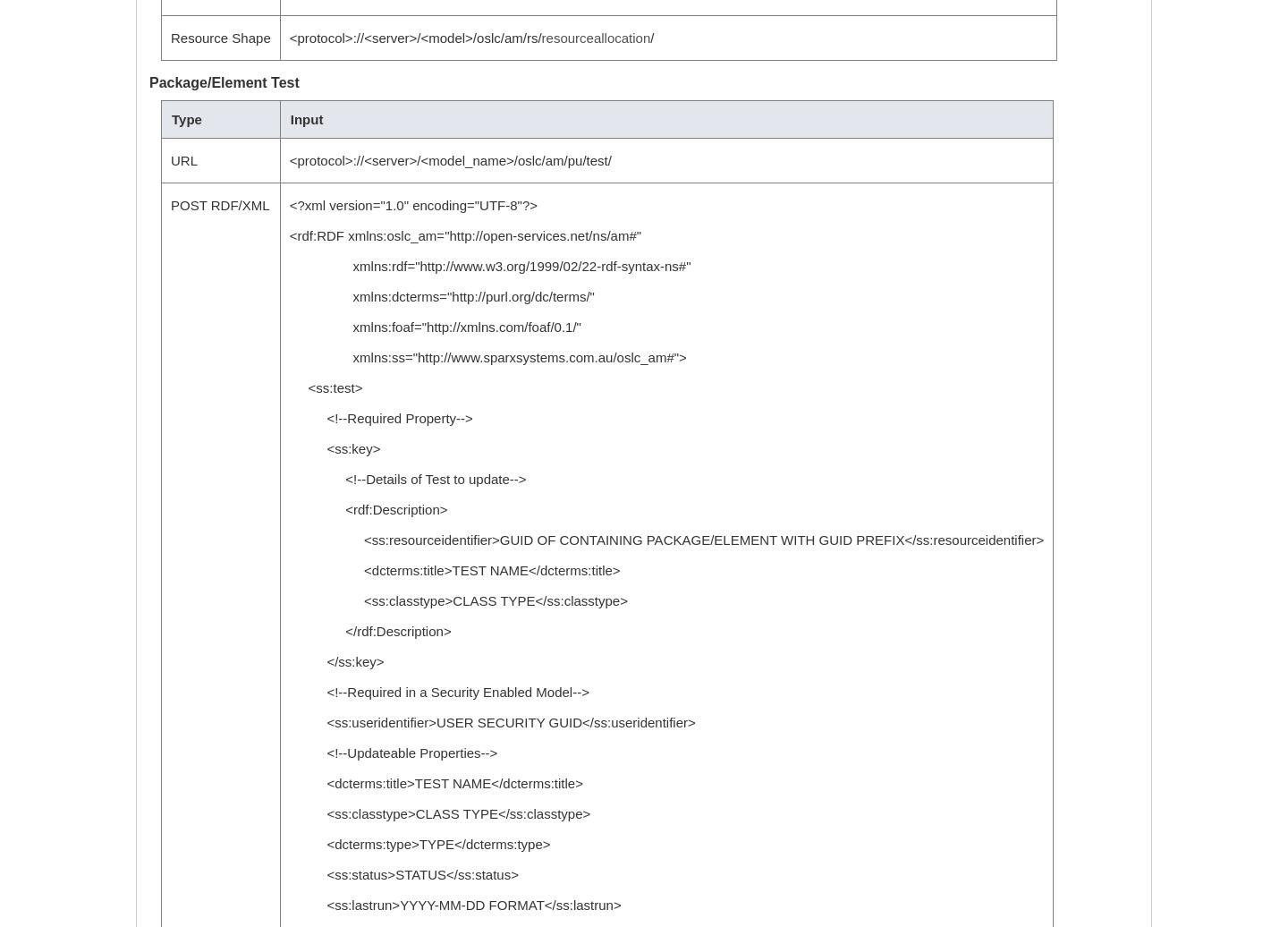  What do you see at coordinates (170, 38) in the screenshot?
I see `'Resource Shape'` at bounding box center [170, 38].